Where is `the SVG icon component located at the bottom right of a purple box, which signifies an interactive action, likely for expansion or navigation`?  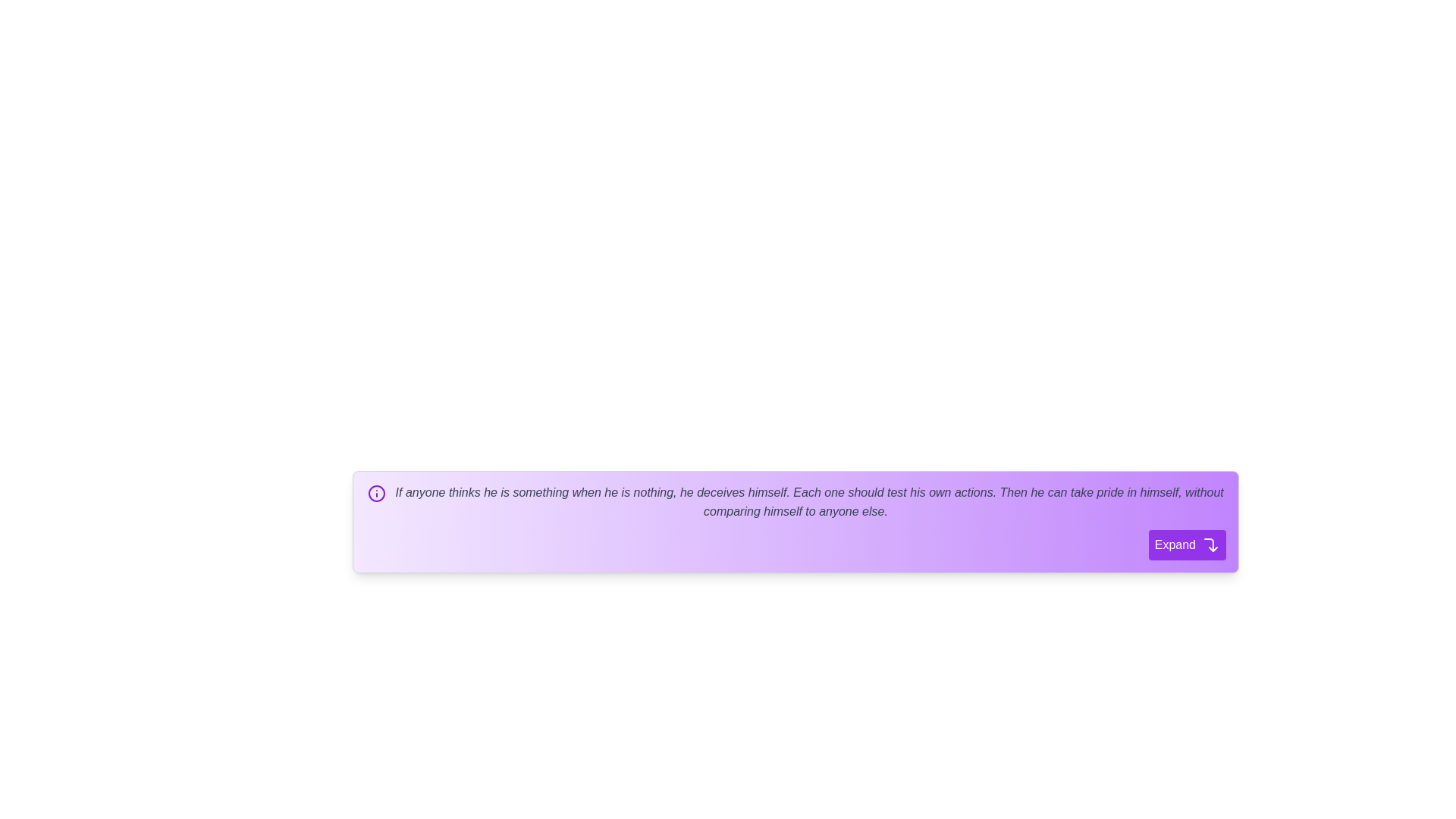
the SVG icon component located at the bottom right of a purple box, which signifies an interactive action, likely for expansion or navigation is located at coordinates (1208, 544).